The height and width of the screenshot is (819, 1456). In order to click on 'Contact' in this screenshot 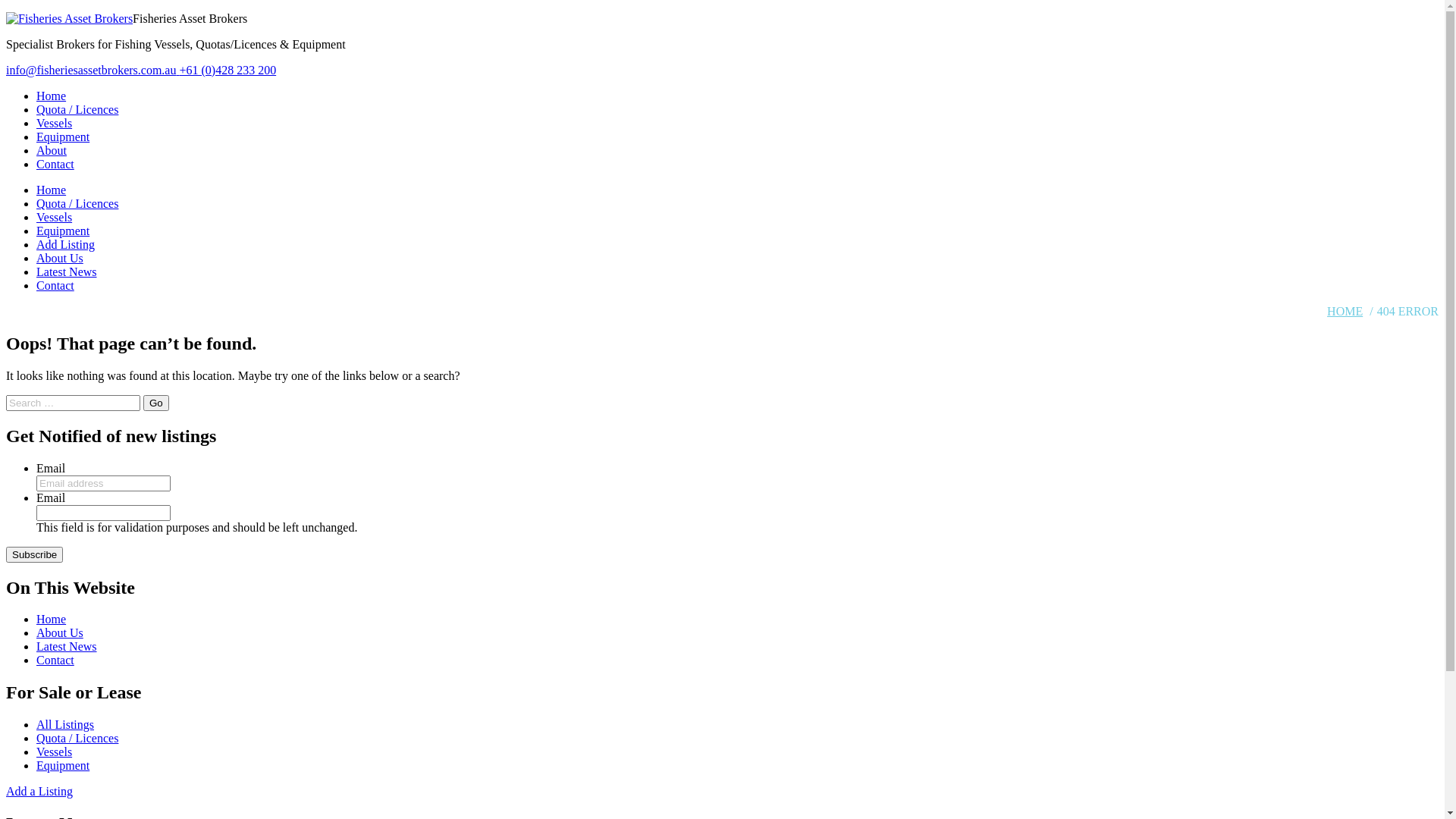, I will do `click(55, 164)`.